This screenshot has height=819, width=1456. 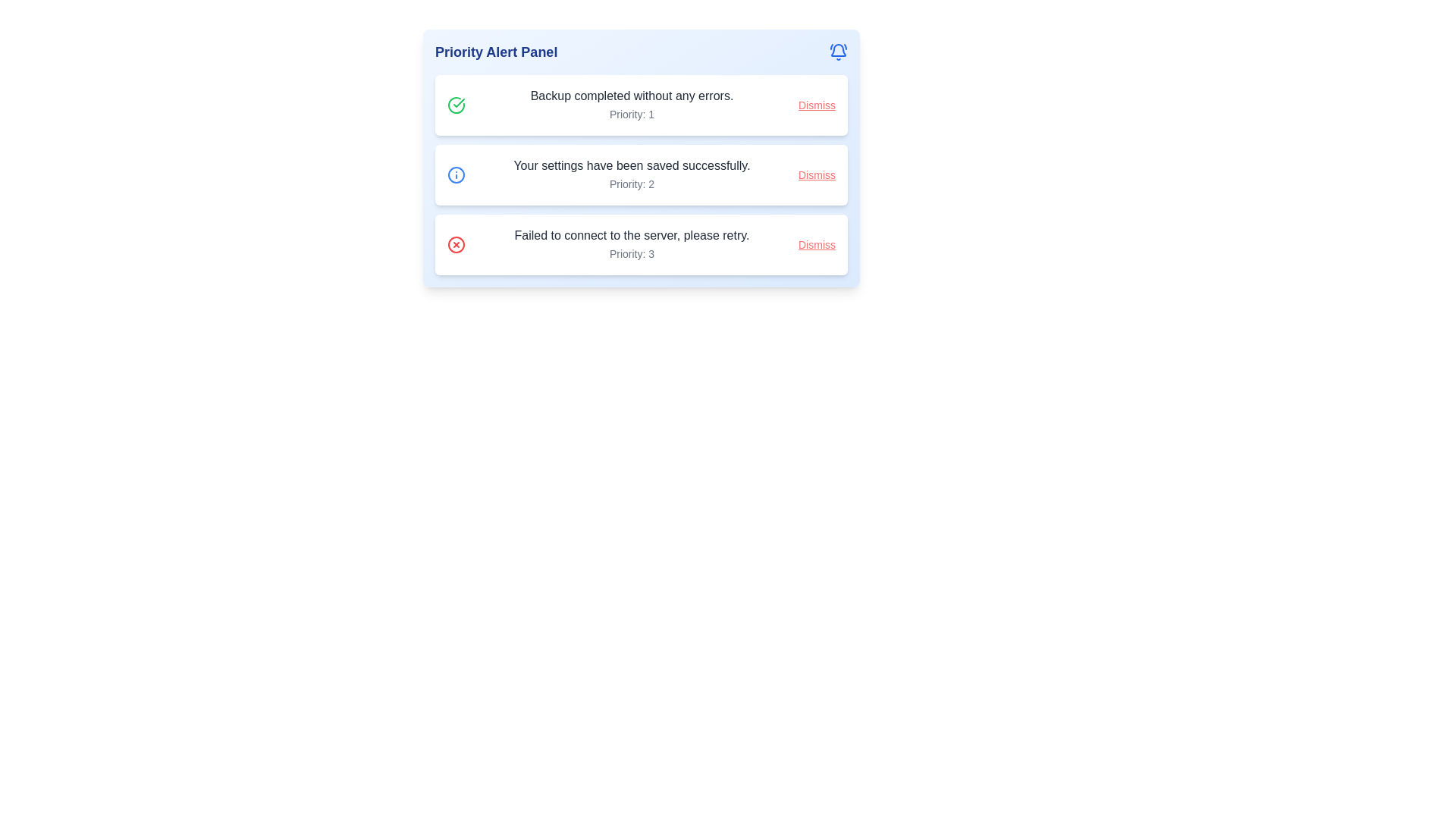 I want to click on the notification icon located at the top-right corner of the 'Priority Alert Panel', next to the panel's title, so click(x=837, y=52).